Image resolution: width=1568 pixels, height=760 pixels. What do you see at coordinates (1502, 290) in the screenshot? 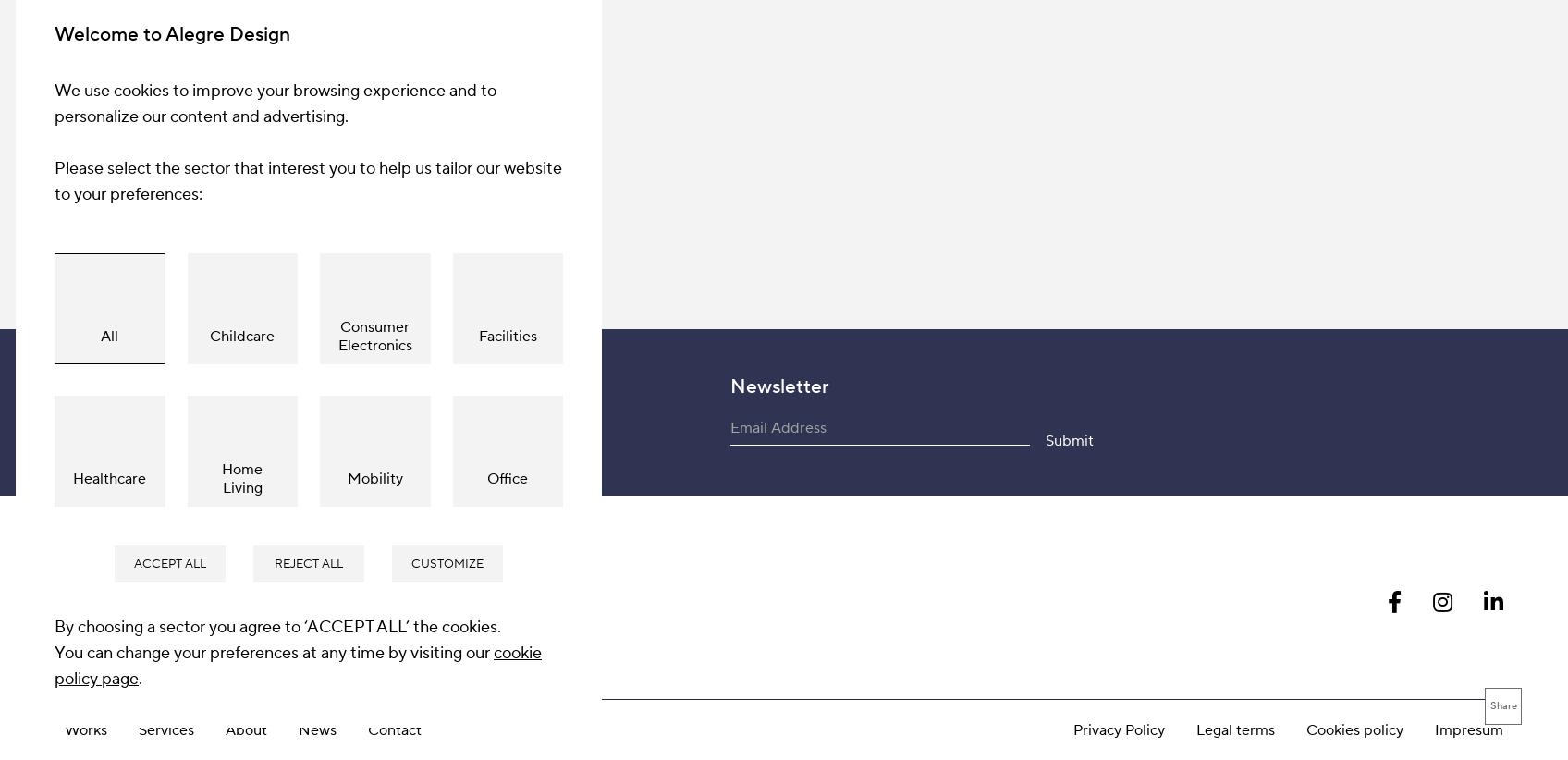
I see `'Share'` at bounding box center [1502, 290].